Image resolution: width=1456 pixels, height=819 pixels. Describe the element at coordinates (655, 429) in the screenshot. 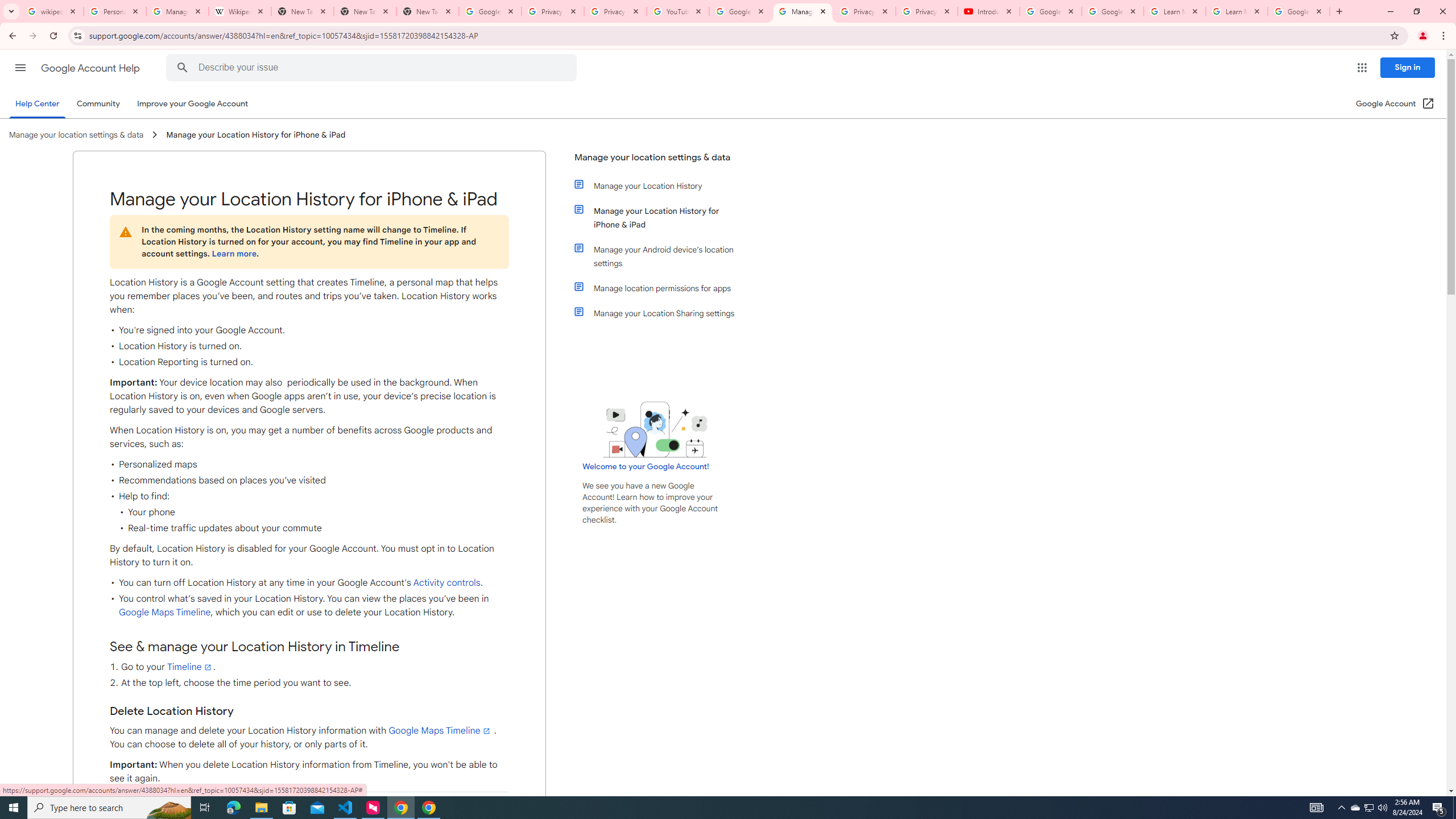

I see `'Learning Center home page image'` at that location.